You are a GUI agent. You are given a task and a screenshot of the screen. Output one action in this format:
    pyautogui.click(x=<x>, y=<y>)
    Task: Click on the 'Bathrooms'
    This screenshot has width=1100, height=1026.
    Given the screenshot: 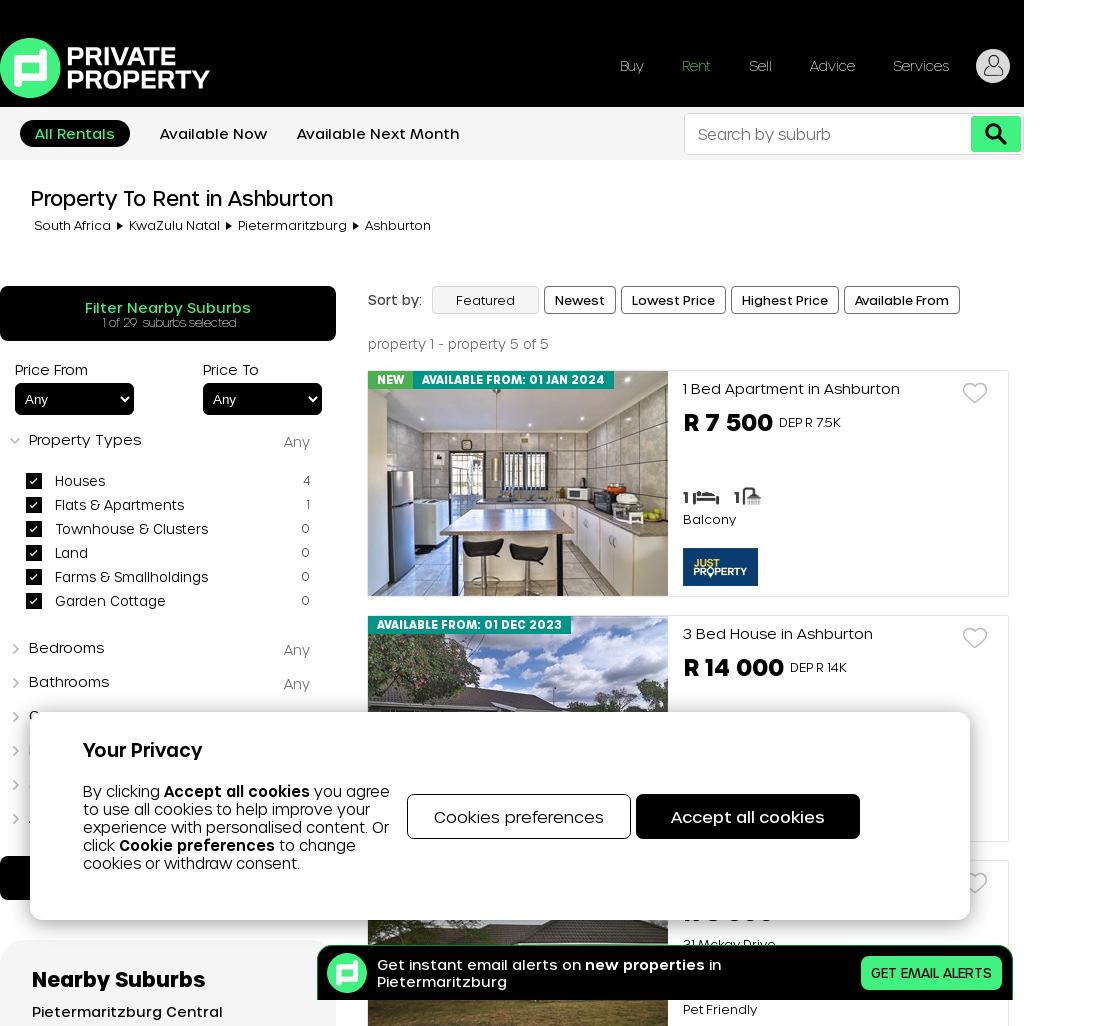 What is the action you would take?
    pyautogui.click(x=67, y=680)
    